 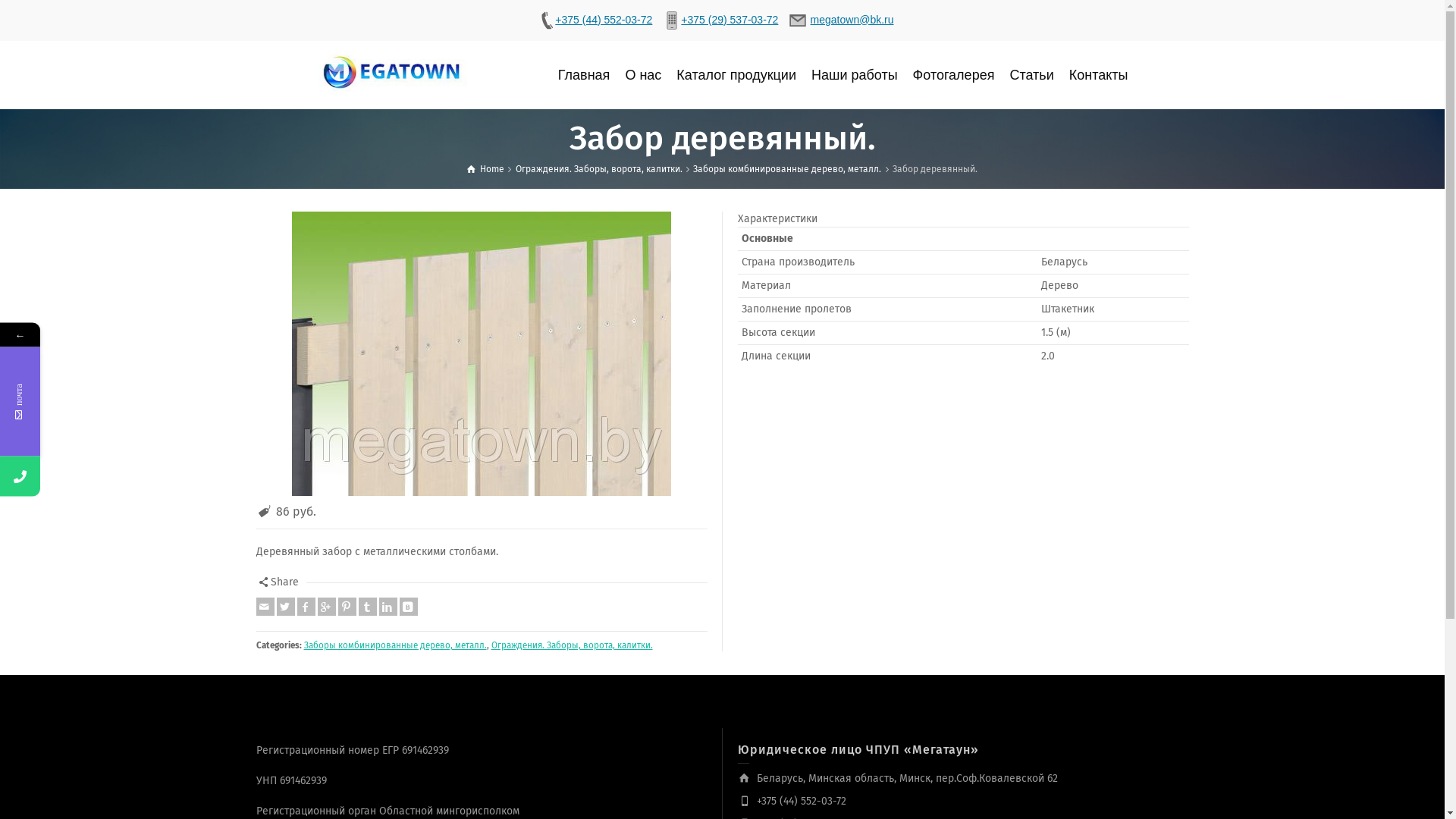 What do you see at coordinates (325, 605) in the screenshot?
I see `'Google +'` at bounding box center [325, 605].